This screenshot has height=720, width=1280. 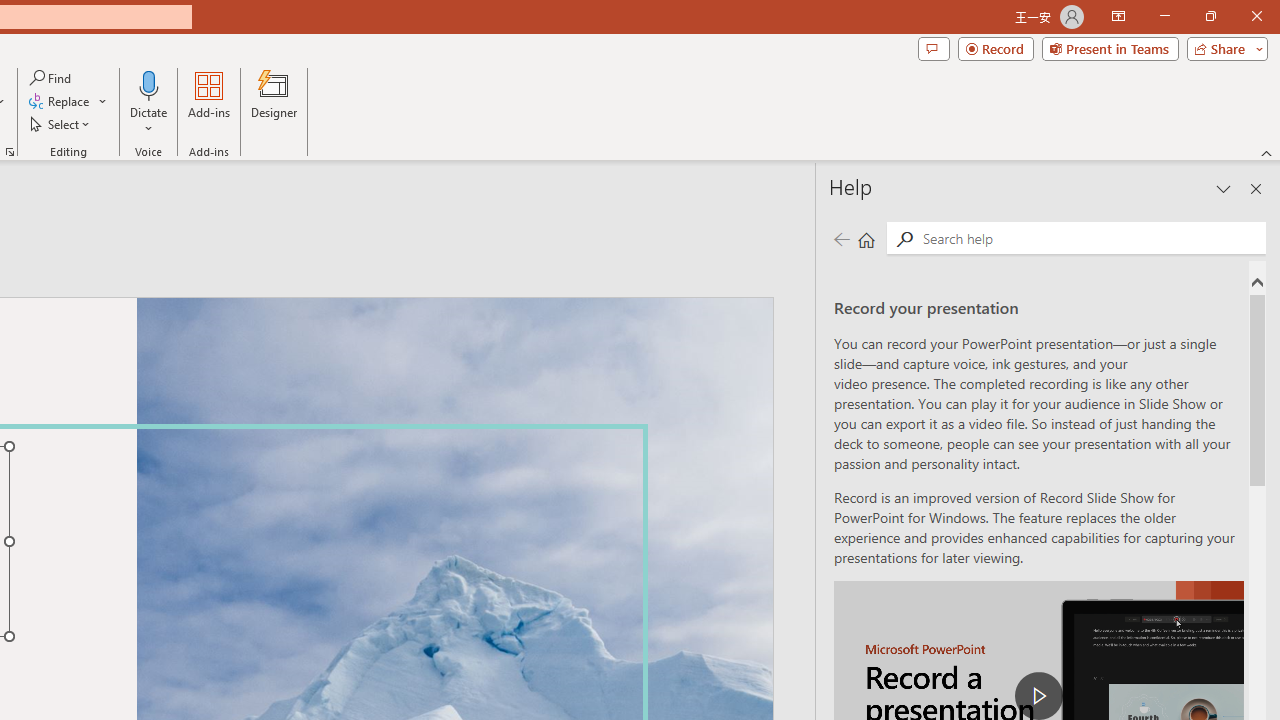 I want to click on 'Collapse the Ribbon', so click(x=1266, y=152).